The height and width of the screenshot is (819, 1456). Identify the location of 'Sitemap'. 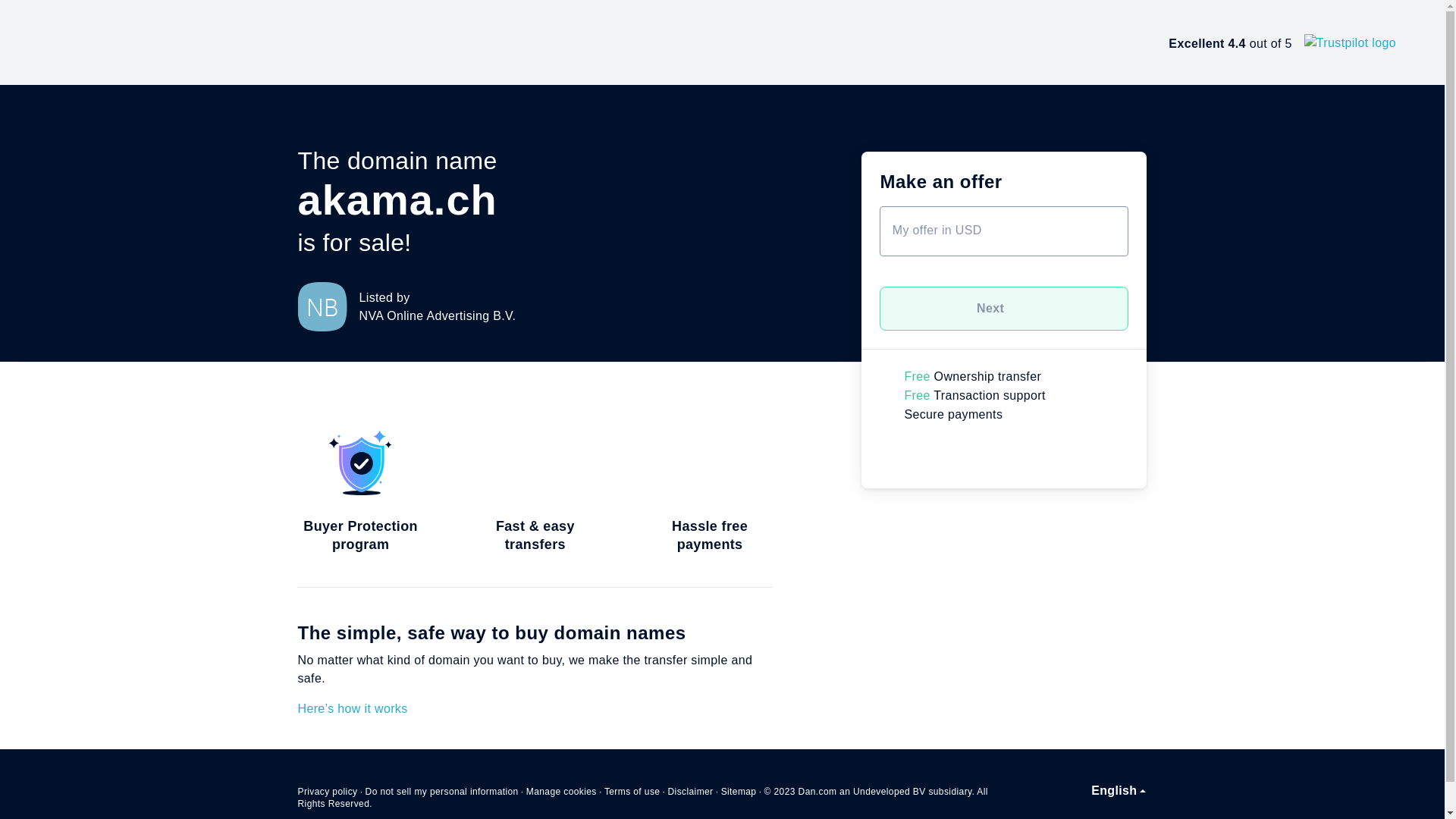
(739, 791).